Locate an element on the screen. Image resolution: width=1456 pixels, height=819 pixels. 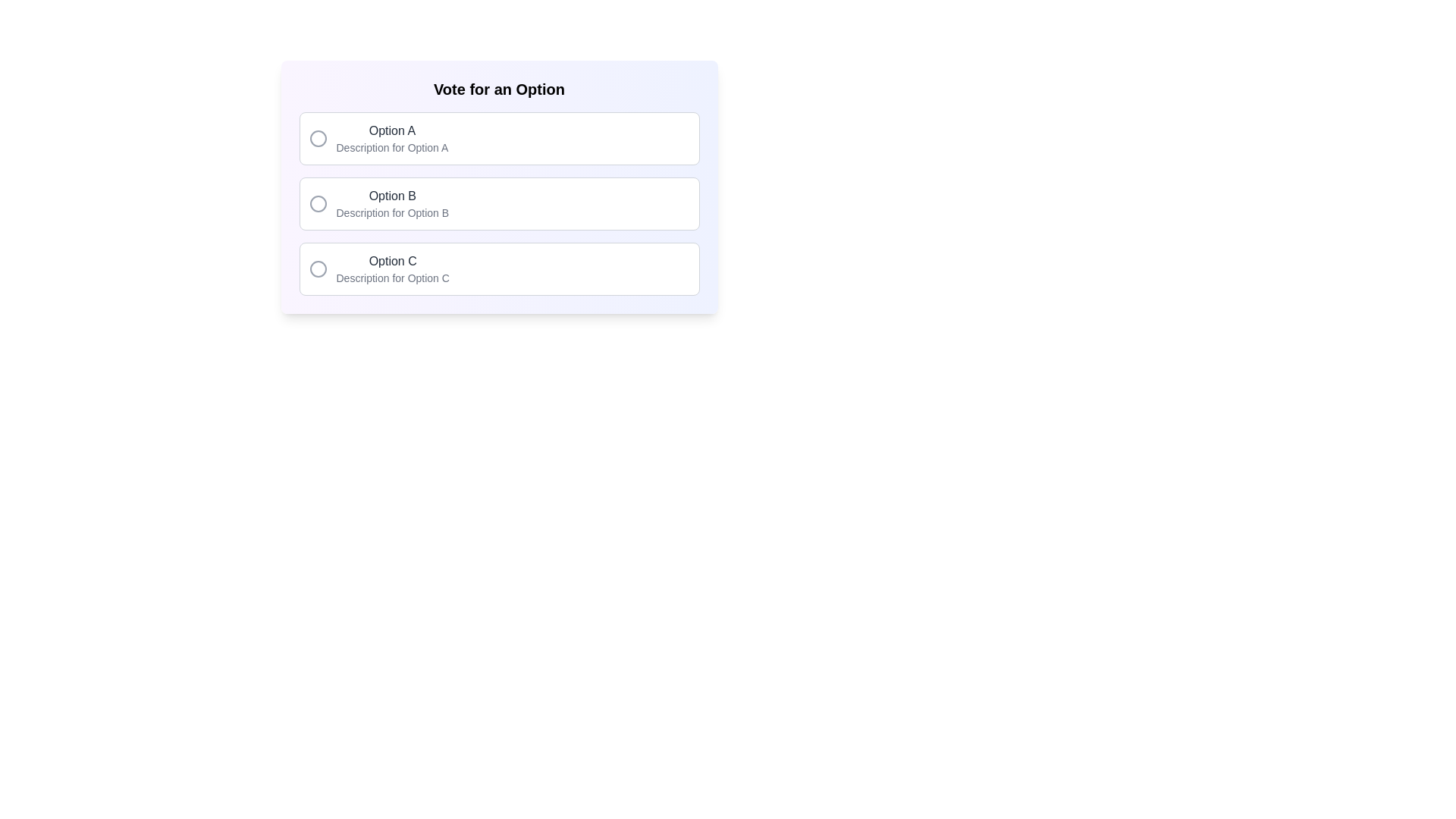
the options provided in the dialog-style interface containing a heading 'Vote for an Option' and a list of selectable items, characterized by a light gradient background from purple to indigo is located at coordinates (499, 186).